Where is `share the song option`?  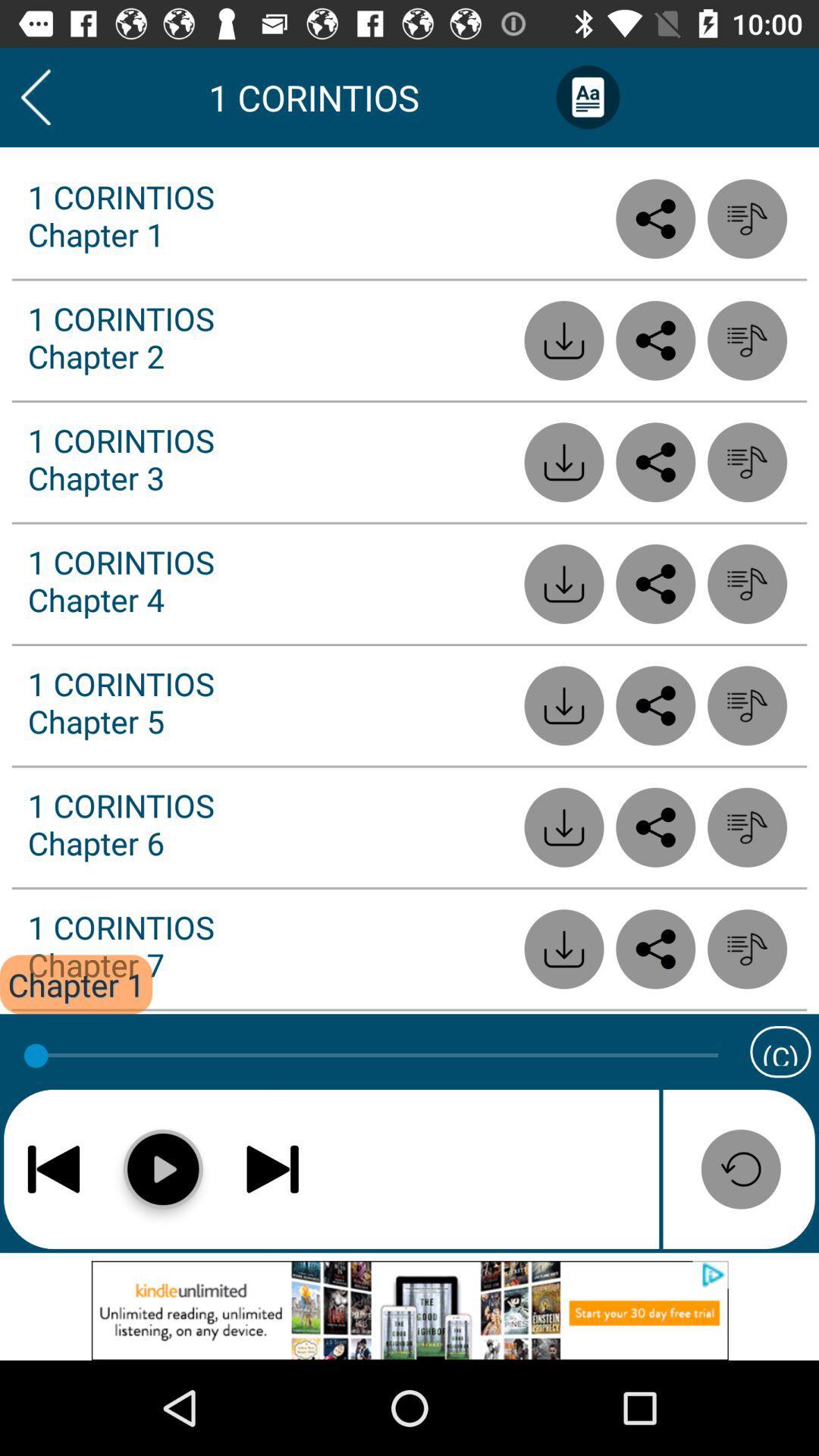
share the song option is located at coordinates (654, 827).